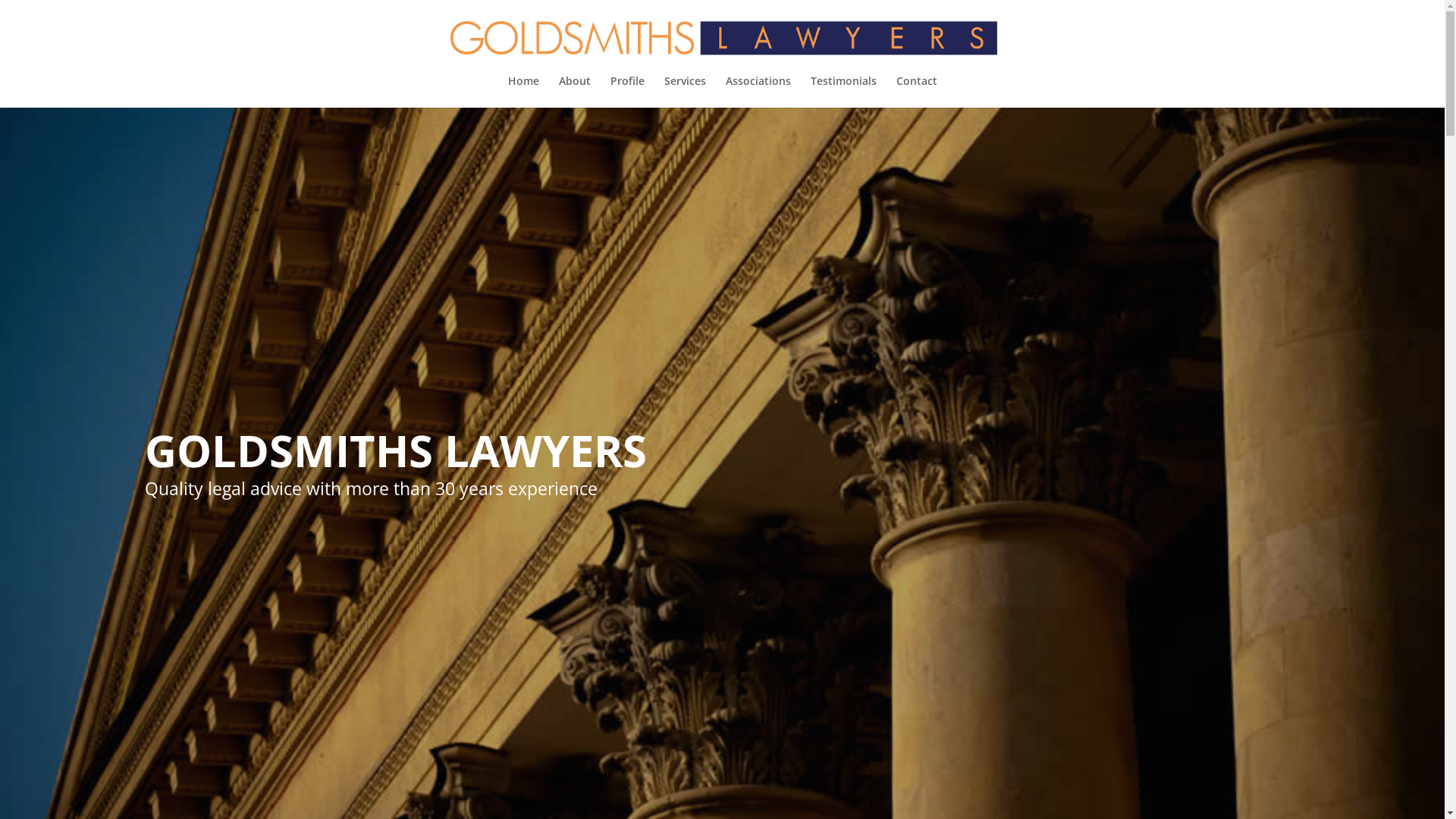  What do you see at coordinates (626, 91) in the screenshot?
I see `'Profile'` at bounding box center [626, 91].